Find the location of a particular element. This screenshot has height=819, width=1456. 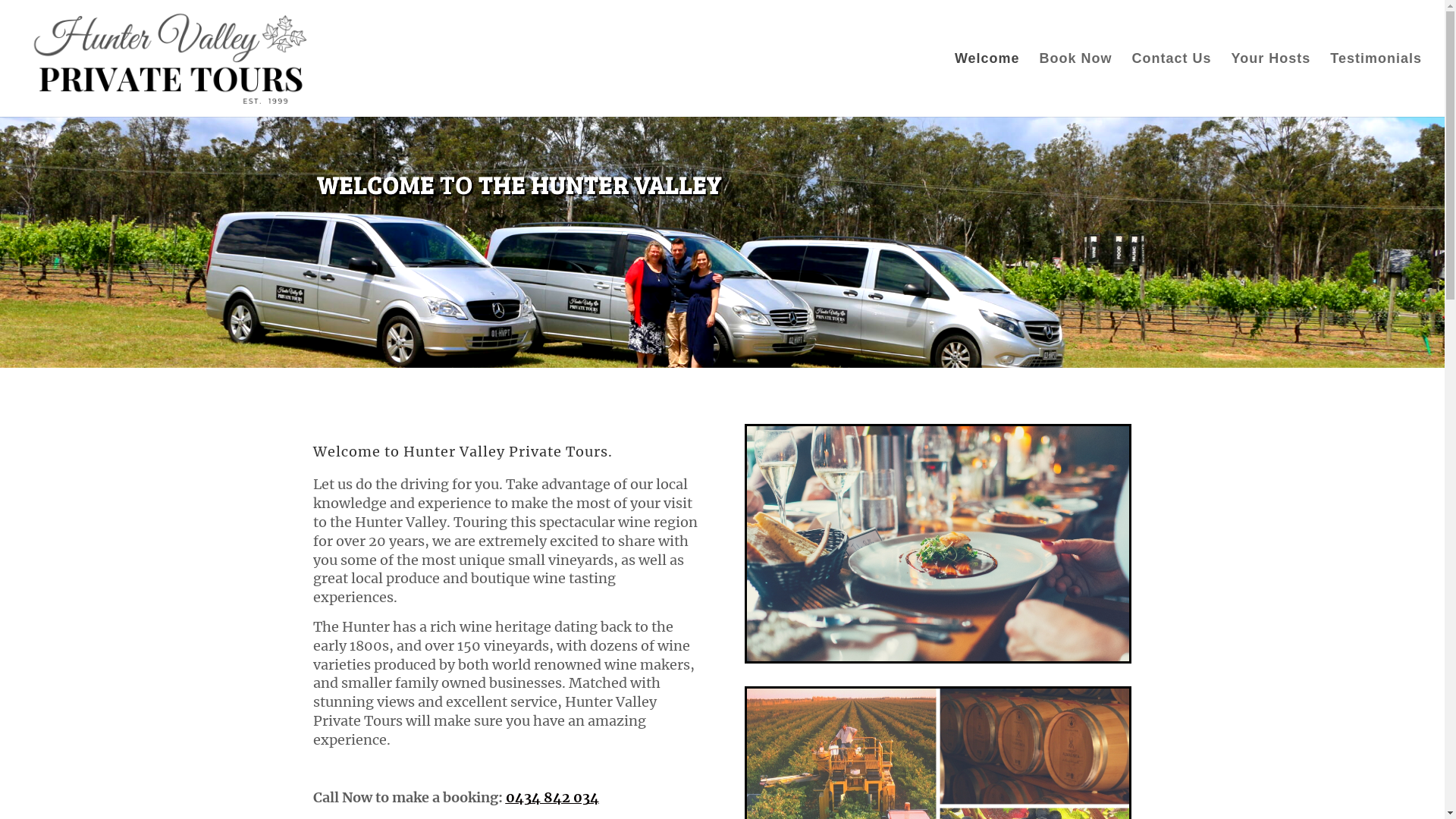

'Book Now' is located at coordinates (1075, 84).